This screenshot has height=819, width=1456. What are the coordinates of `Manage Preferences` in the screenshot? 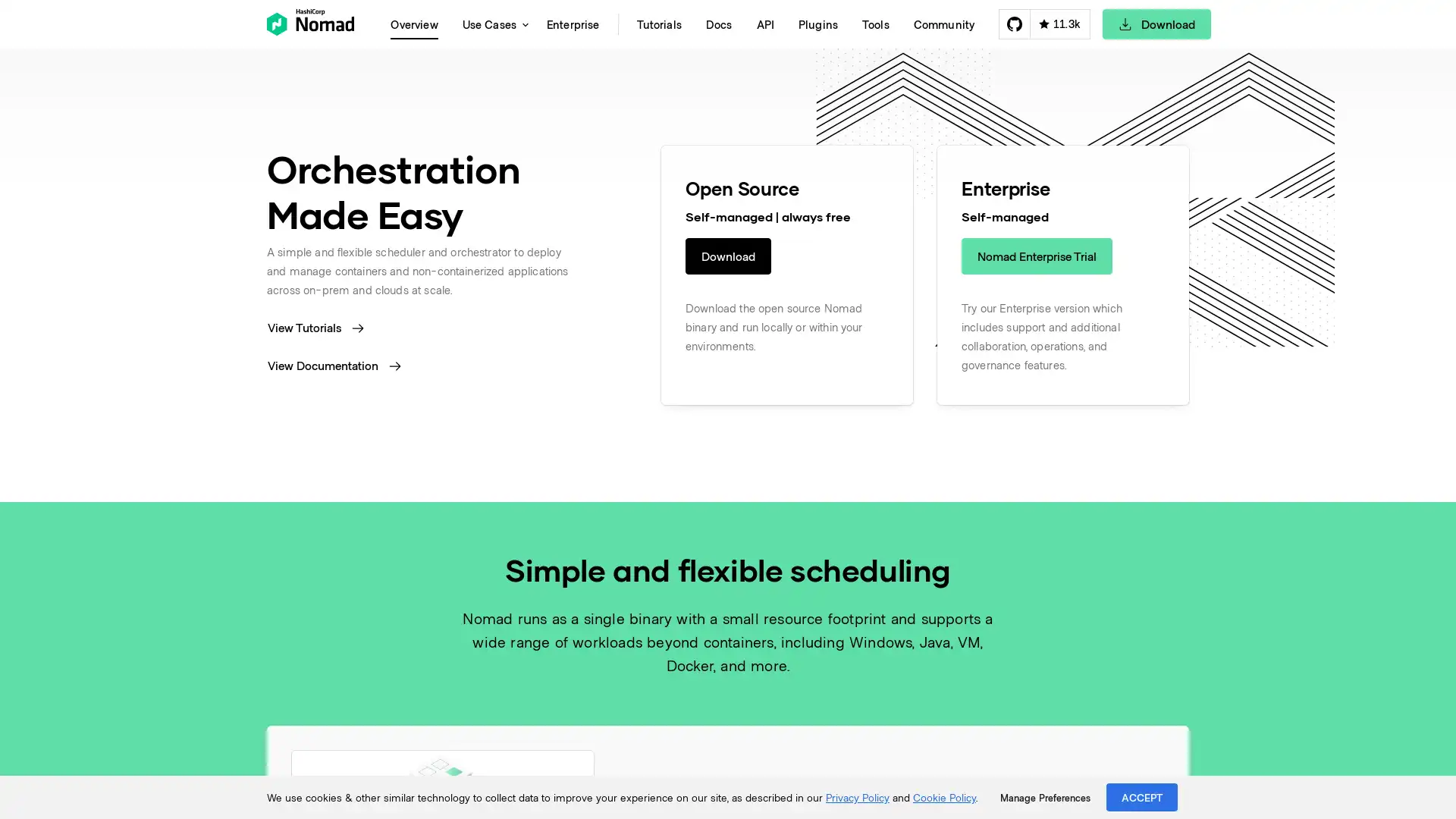 It's located at (1044, 797).